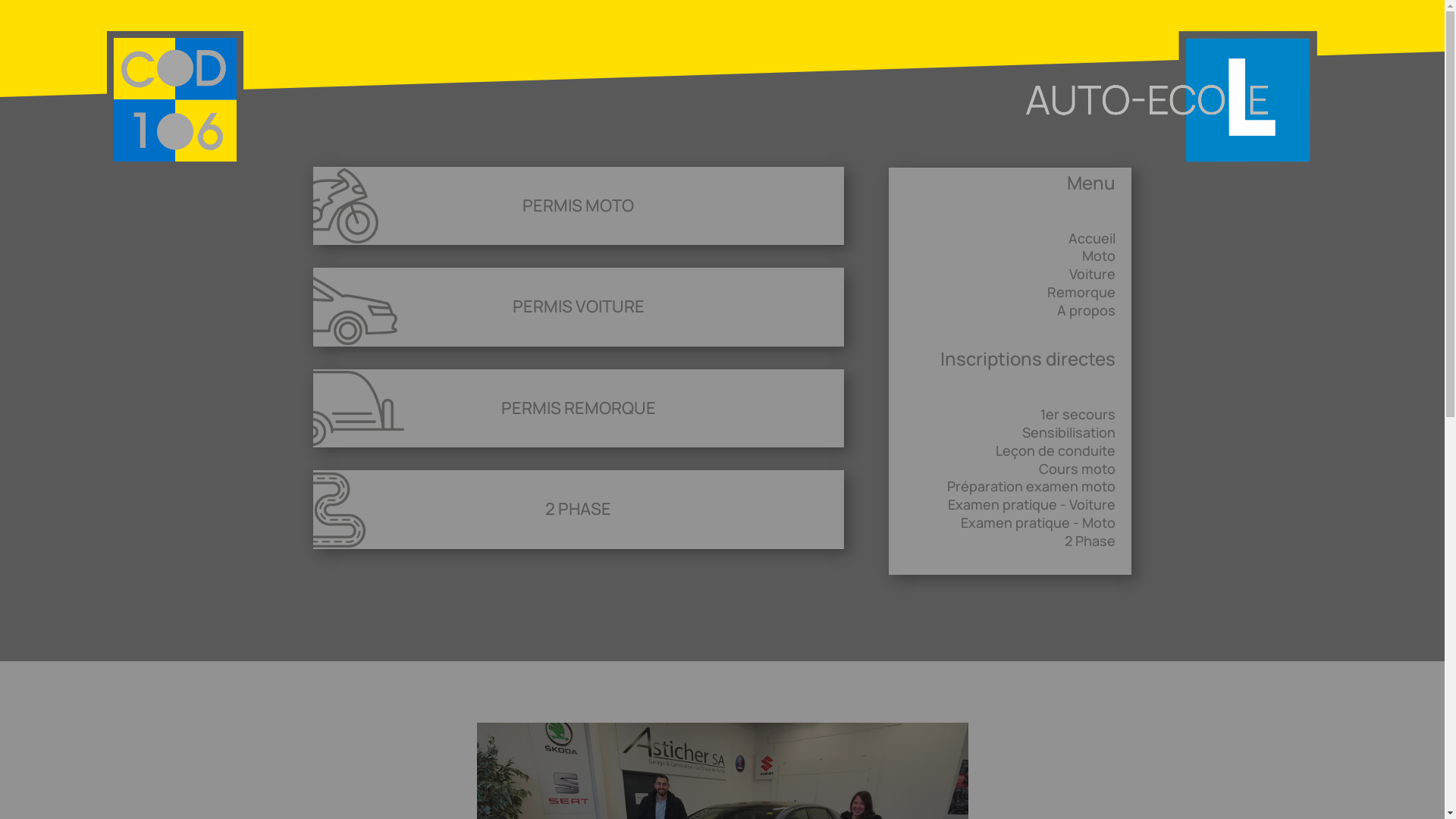 This screenshot has height=819, width=1456. What do you see at coordinates (1092, 237) in the screenshot?
I see `'Accueil'` at bounding box center [1092, 237].